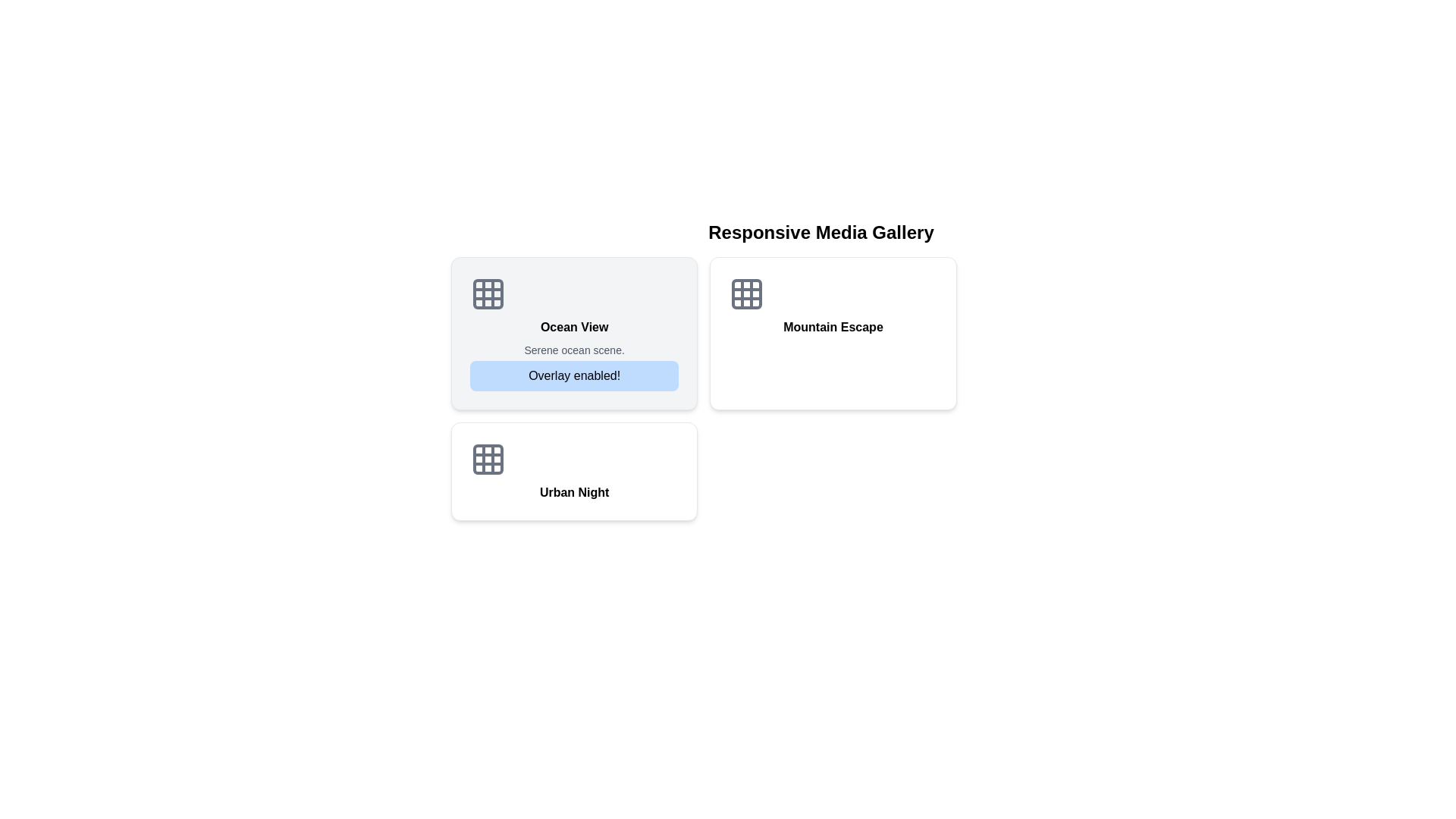  Describe the element at coordinates (488, 458) in the screenshot. I see `the grid icon consisting of nine rectangles that is located in the upper section of the 'Urban Night' card` at that location.